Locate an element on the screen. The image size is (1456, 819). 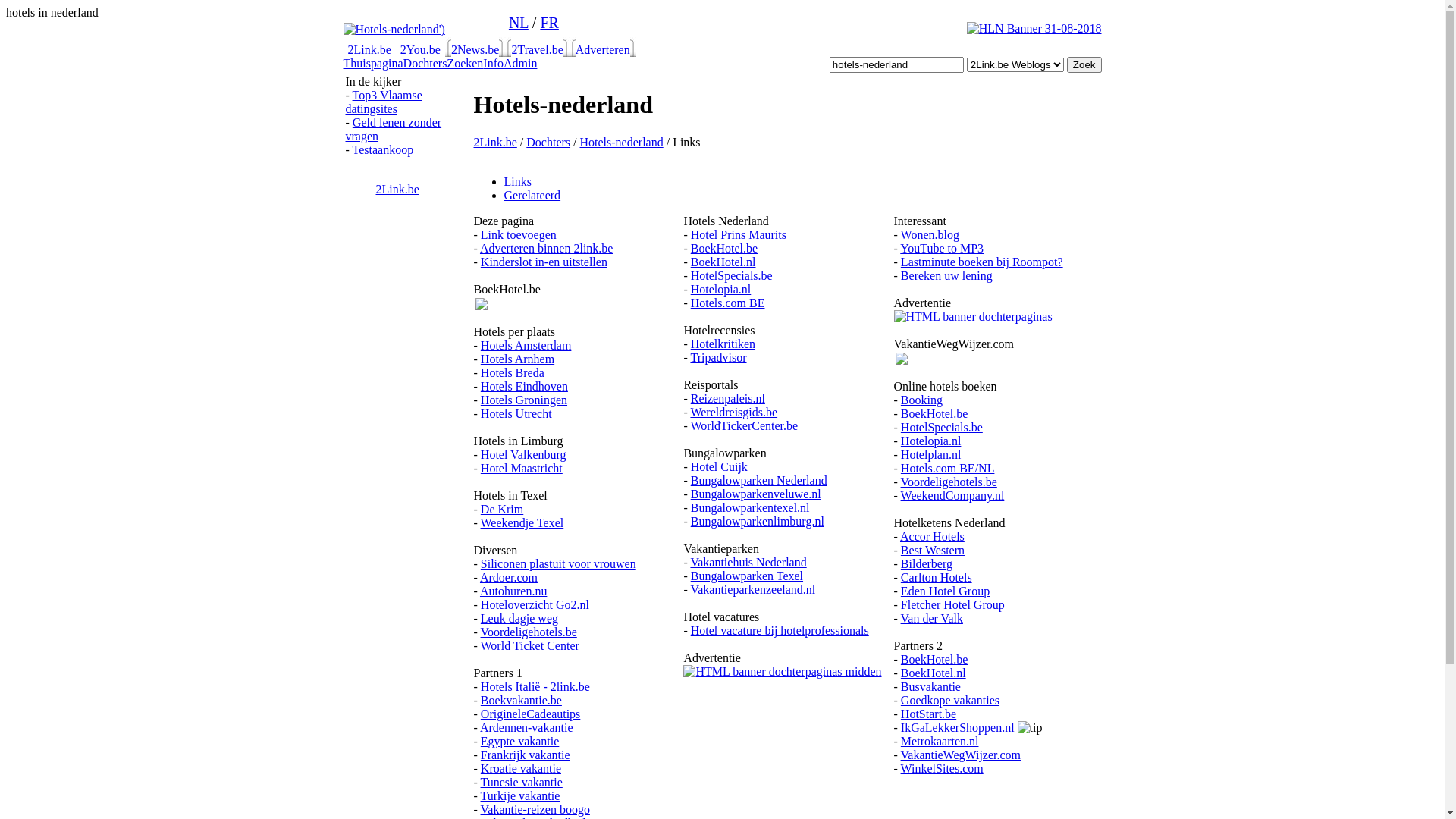
'Turkije vakantie' is located at coordinates (520, 795).